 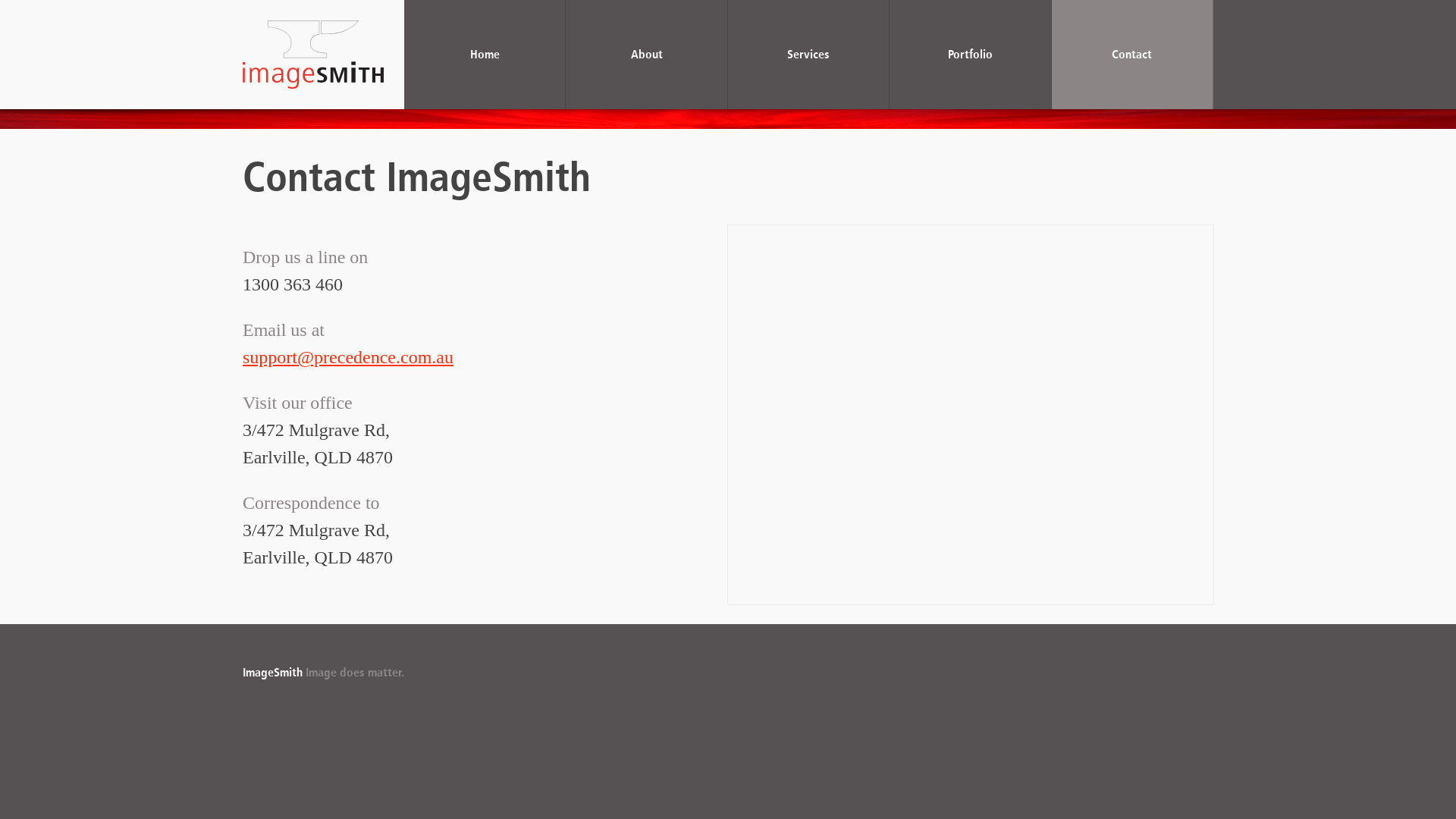 I want to click on 'Contact', so click(x=1132, y=54).